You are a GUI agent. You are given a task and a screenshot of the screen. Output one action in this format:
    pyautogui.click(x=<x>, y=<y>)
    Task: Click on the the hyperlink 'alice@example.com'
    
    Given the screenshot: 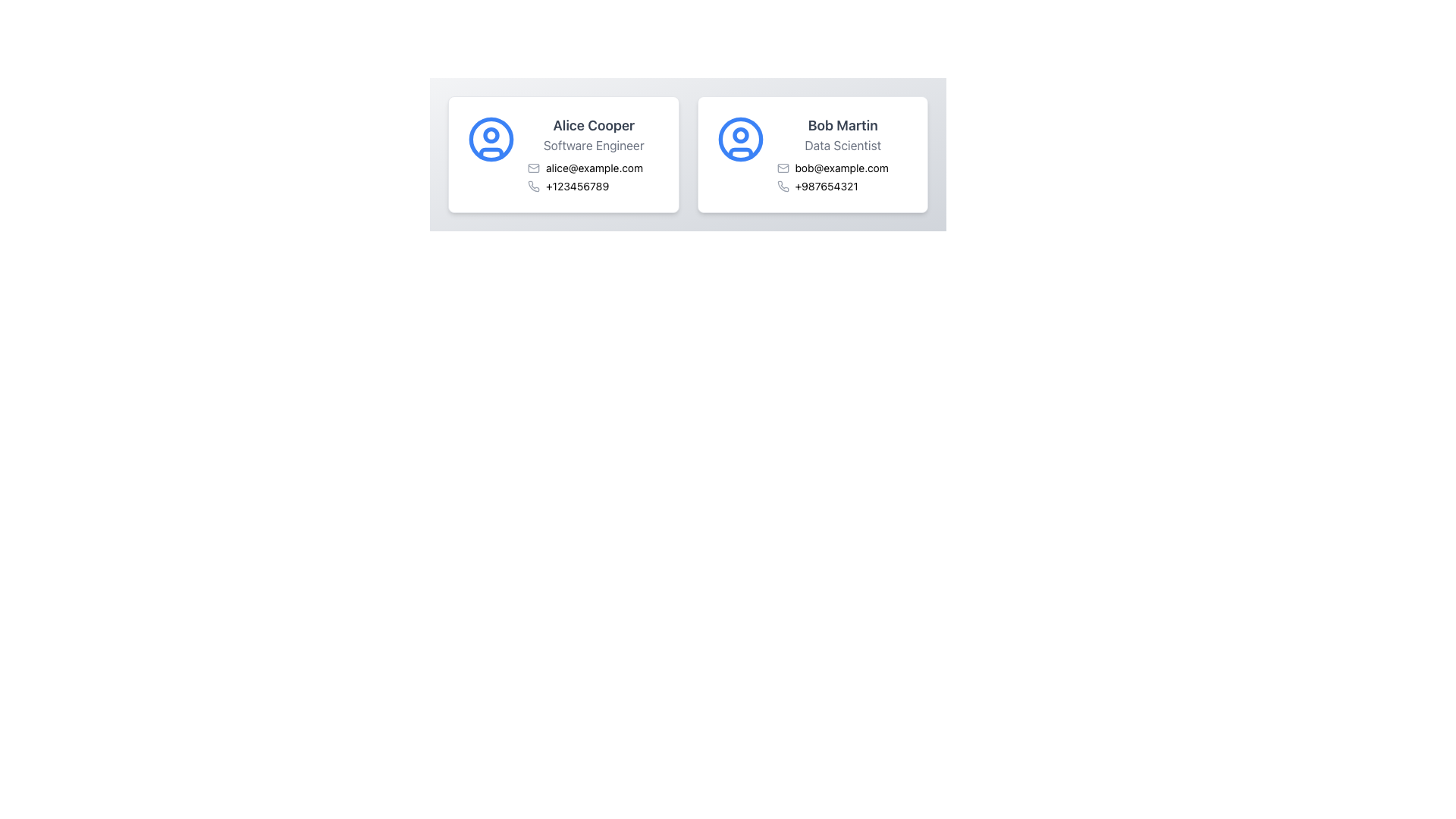 What is the action you would take?
    pyautogui.click(x=593, y=168)
    